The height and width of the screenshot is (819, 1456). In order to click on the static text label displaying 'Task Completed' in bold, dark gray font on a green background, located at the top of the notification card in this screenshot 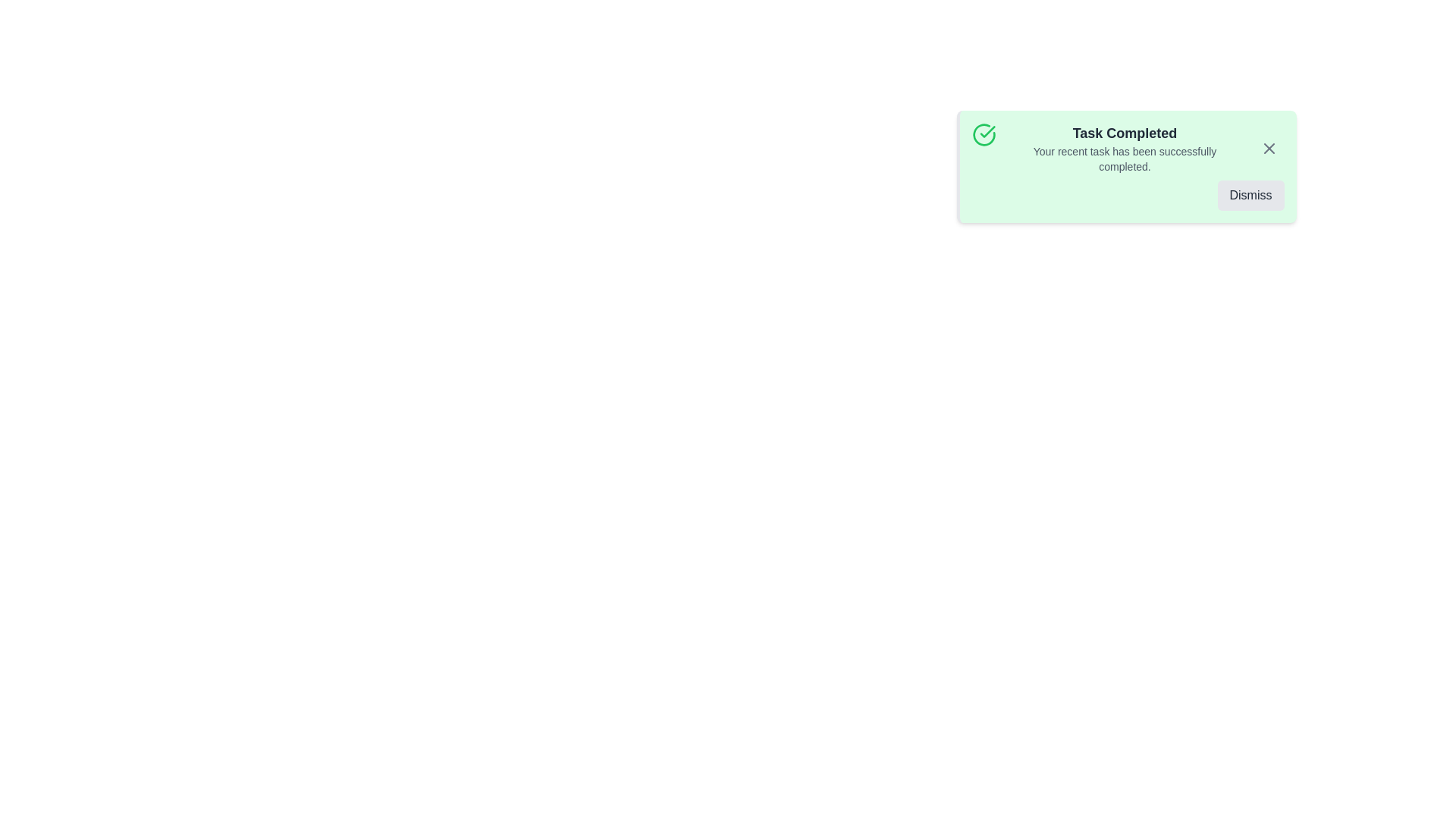, I will do `click(1125, 133)`.